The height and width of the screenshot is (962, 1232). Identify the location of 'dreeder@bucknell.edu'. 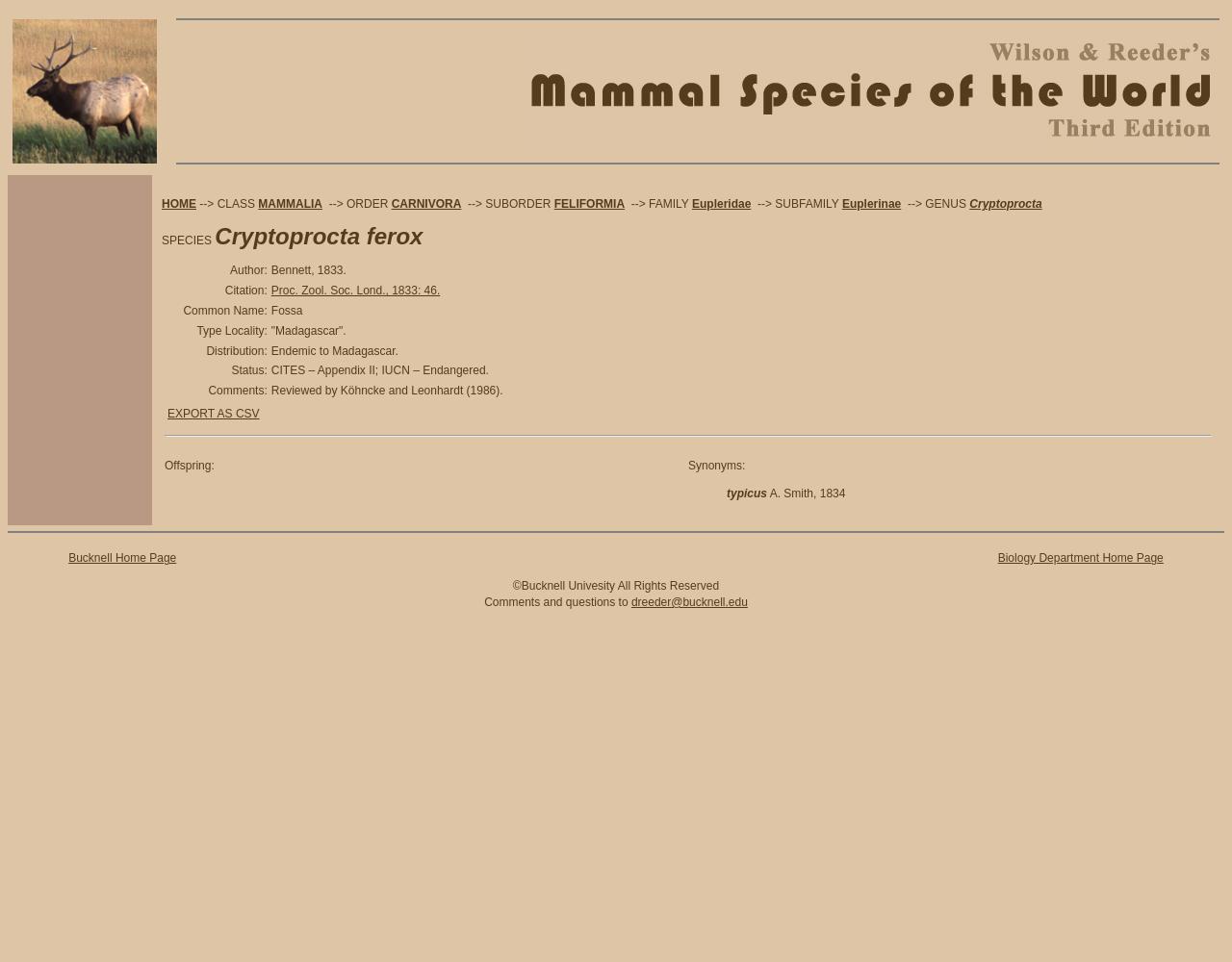
(688, 601).